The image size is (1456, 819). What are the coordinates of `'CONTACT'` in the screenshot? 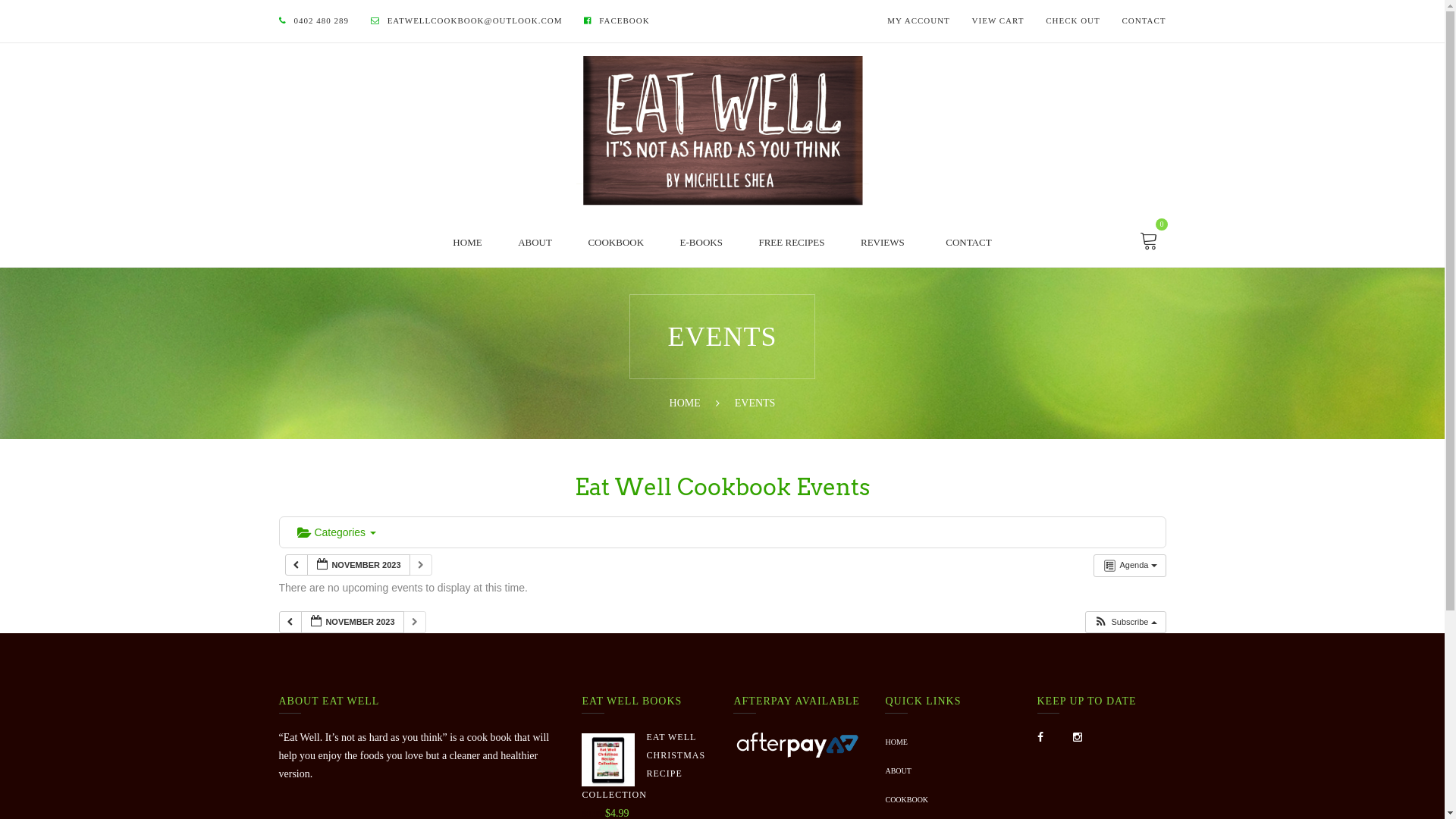 It's located at (1122, 20).